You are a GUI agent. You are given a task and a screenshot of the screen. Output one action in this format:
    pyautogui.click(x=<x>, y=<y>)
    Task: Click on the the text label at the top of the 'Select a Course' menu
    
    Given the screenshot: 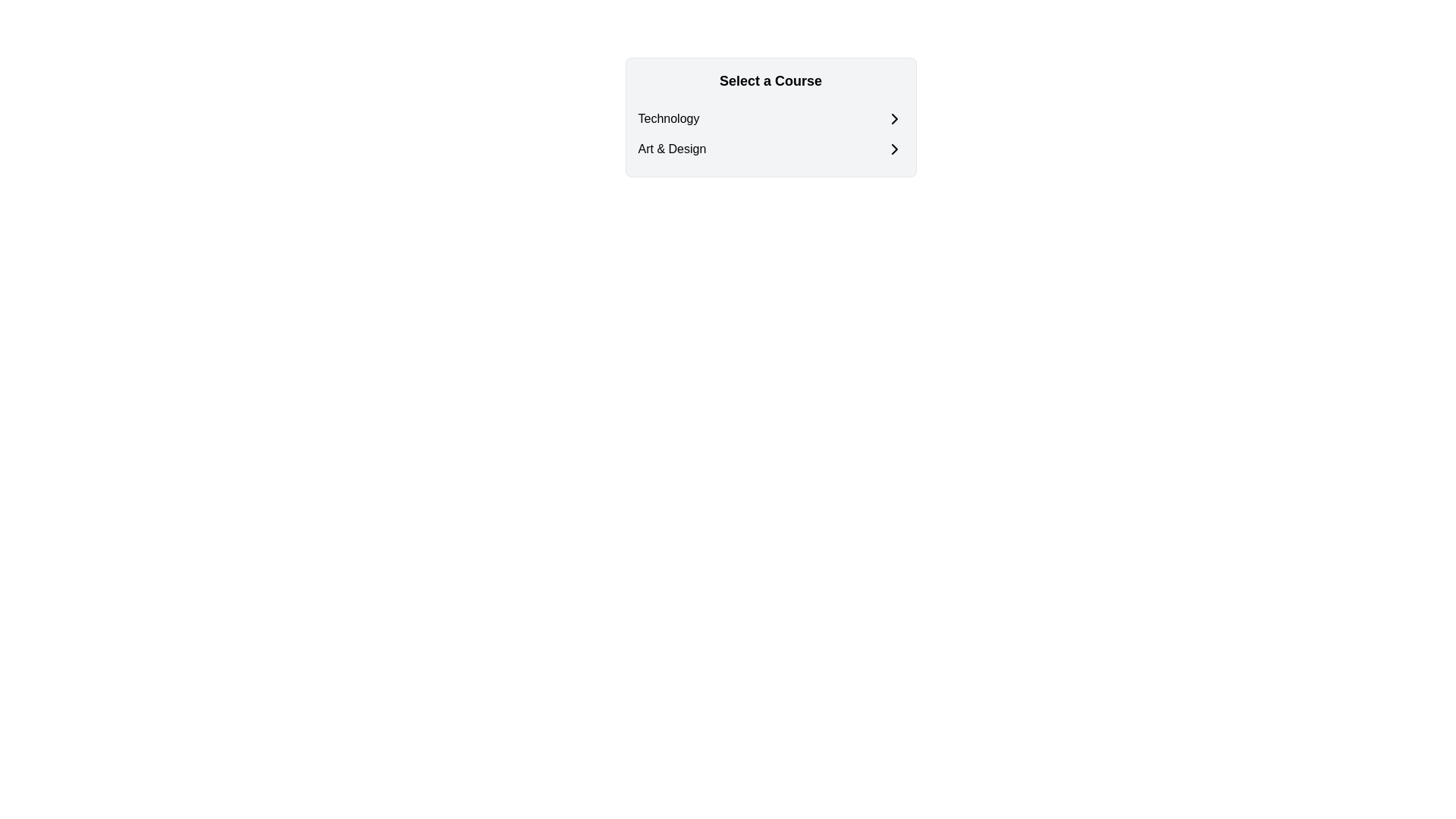 What is the action you would take?
    pyautogui.click(x=668, y=118)
    